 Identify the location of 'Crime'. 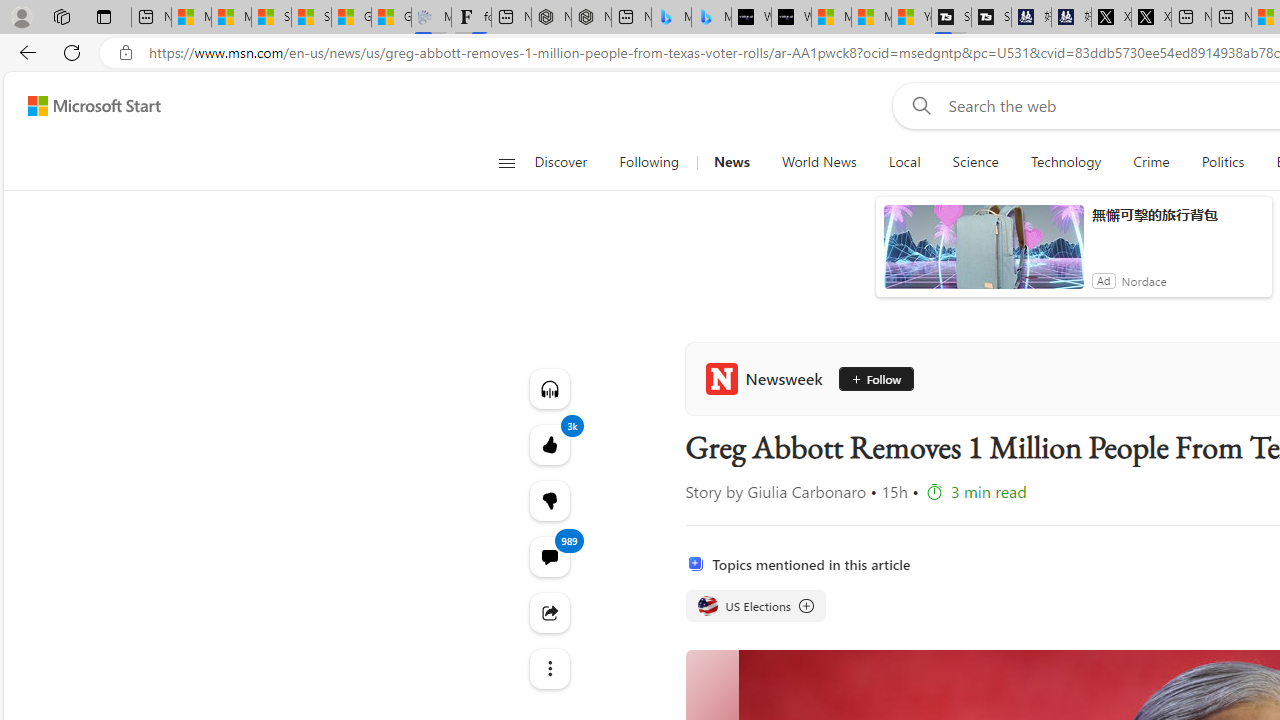
(1151, 162).